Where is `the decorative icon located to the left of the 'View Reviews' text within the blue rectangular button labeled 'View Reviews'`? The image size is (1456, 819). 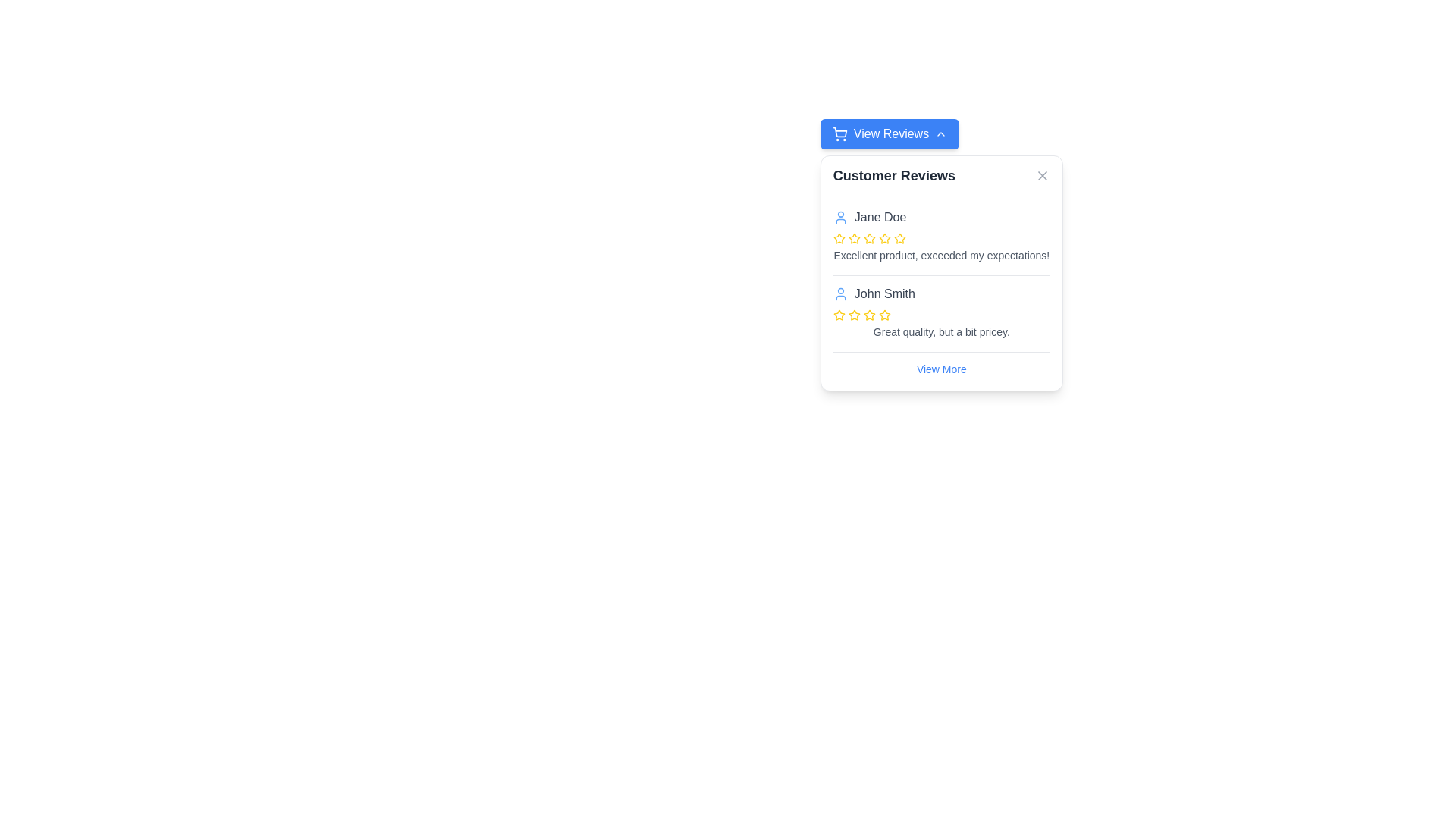 the decorative icon located to the left of the 'View Reviews' text within the blue rectangular button labeled 'View Reviews' is located at coordinates (839, 133).